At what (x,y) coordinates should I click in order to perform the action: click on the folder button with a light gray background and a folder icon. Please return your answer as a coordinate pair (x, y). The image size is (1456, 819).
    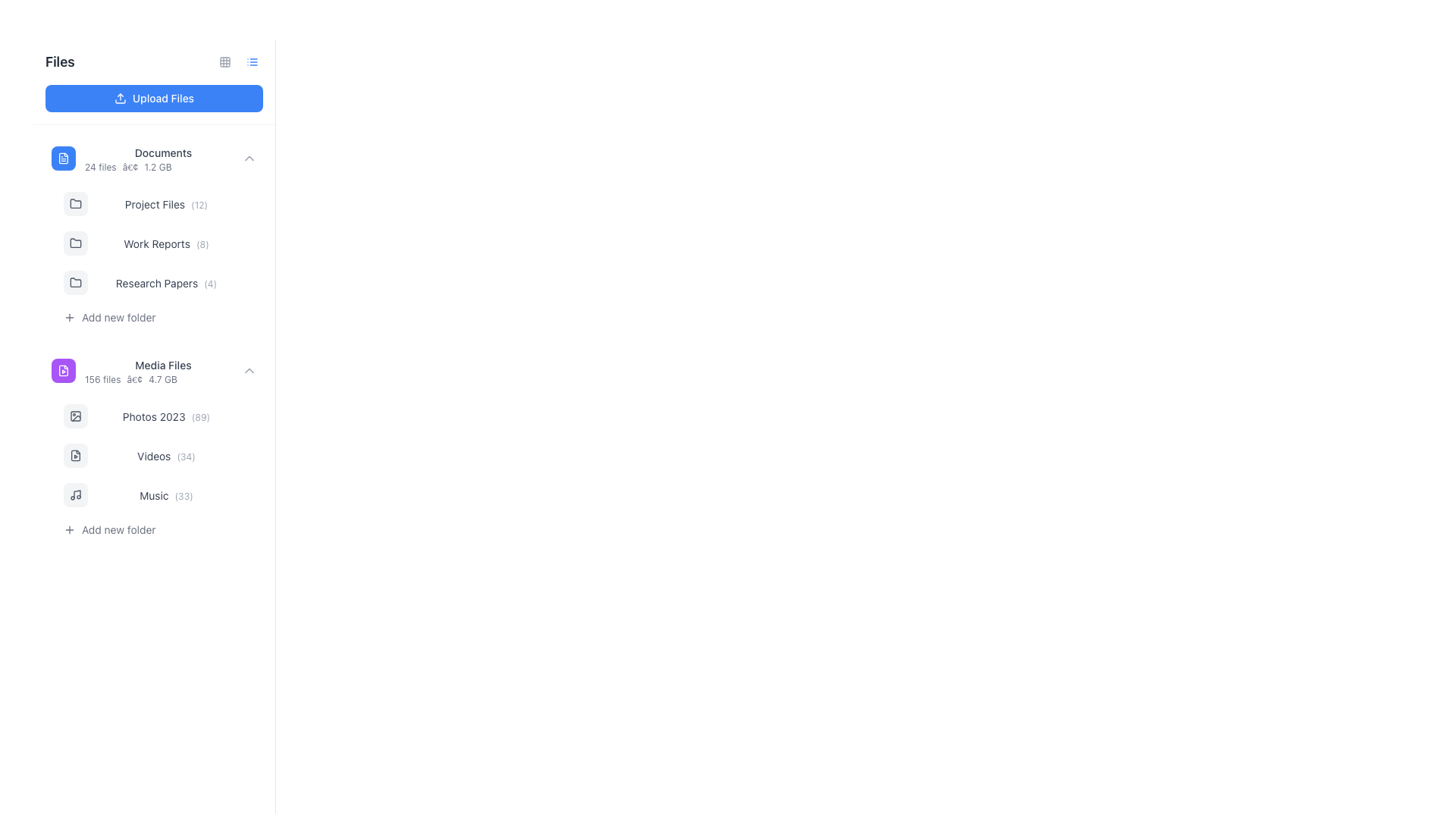
    Looking at the image, I should click on (75, 203).